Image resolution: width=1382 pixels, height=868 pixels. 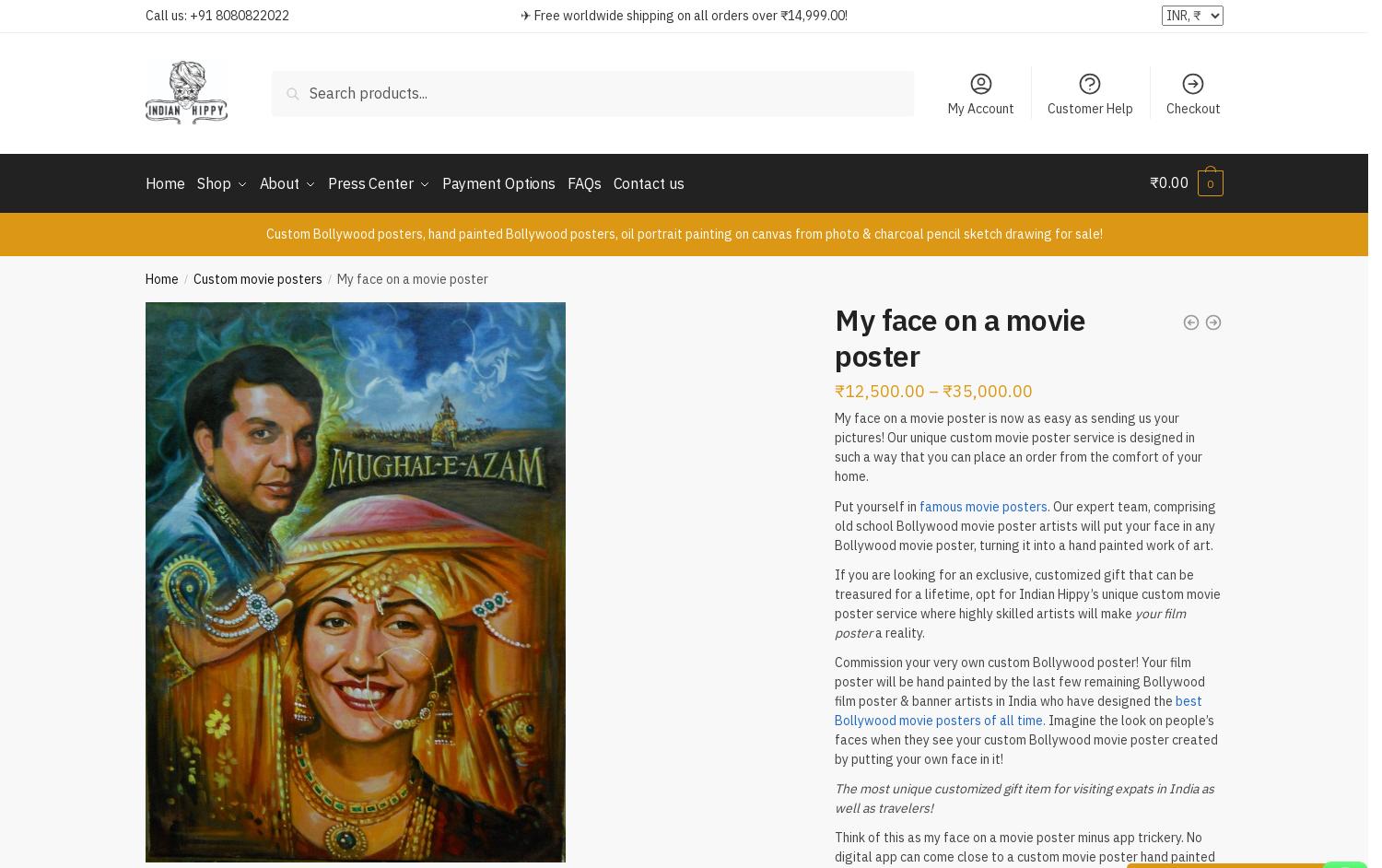 What do you see at coordinates (496, 188) in the screenshot?
I see `'Your Name (required)'` at bounding box center [496, 188].